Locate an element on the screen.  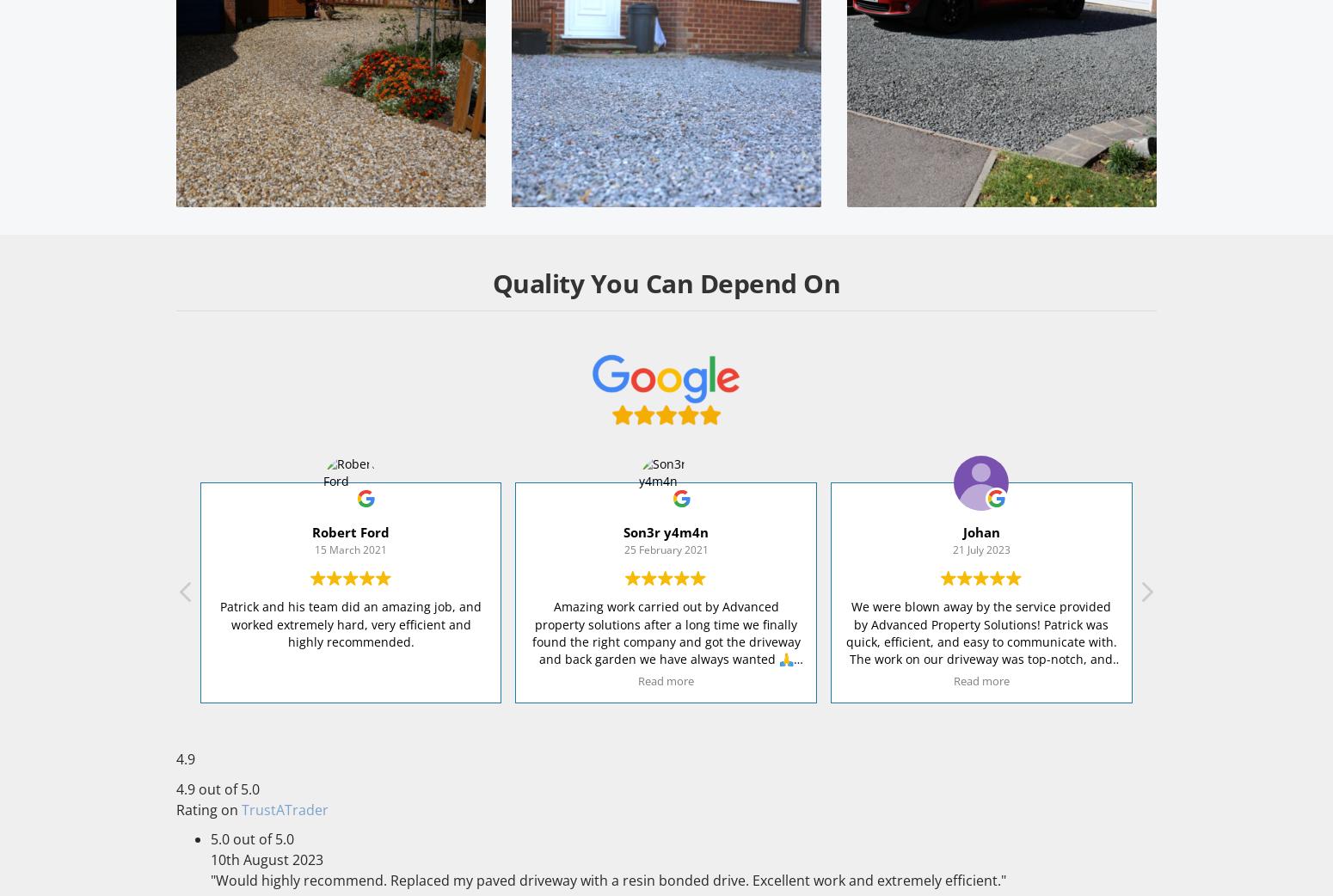
'Amazing work carried out by Advanced property  solutions after a long time we finally found the right company and got the driveway and back garden we have always wanted 🙏 Patrick and the team have been fantastic could not rate and recommend them enough always on time extremely hard working, reliable, trustworthy and respectful it has been such great pleasure to do buisness with them such a big job was completed in 4 days when it would normally take about a week or more 😲 we thank you all so much and would highly recommend to anyone plus will definitely do business with this company again 🙏😉' is located at coordinates (666, 720).